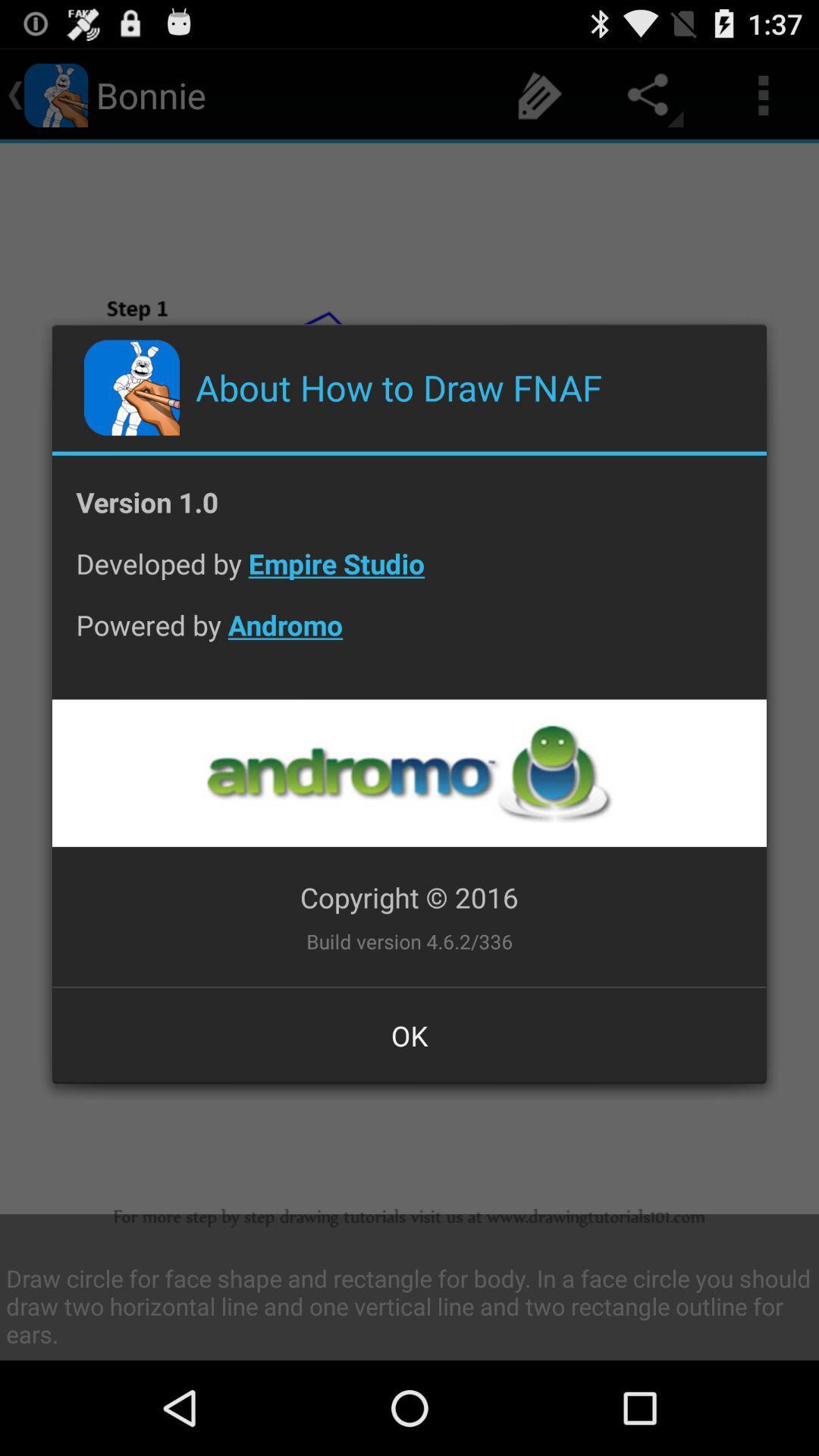 Image resolution: width=819 pixels, height=1456 pixels. I want to click on powered by andromo icon, so click(409, 637).